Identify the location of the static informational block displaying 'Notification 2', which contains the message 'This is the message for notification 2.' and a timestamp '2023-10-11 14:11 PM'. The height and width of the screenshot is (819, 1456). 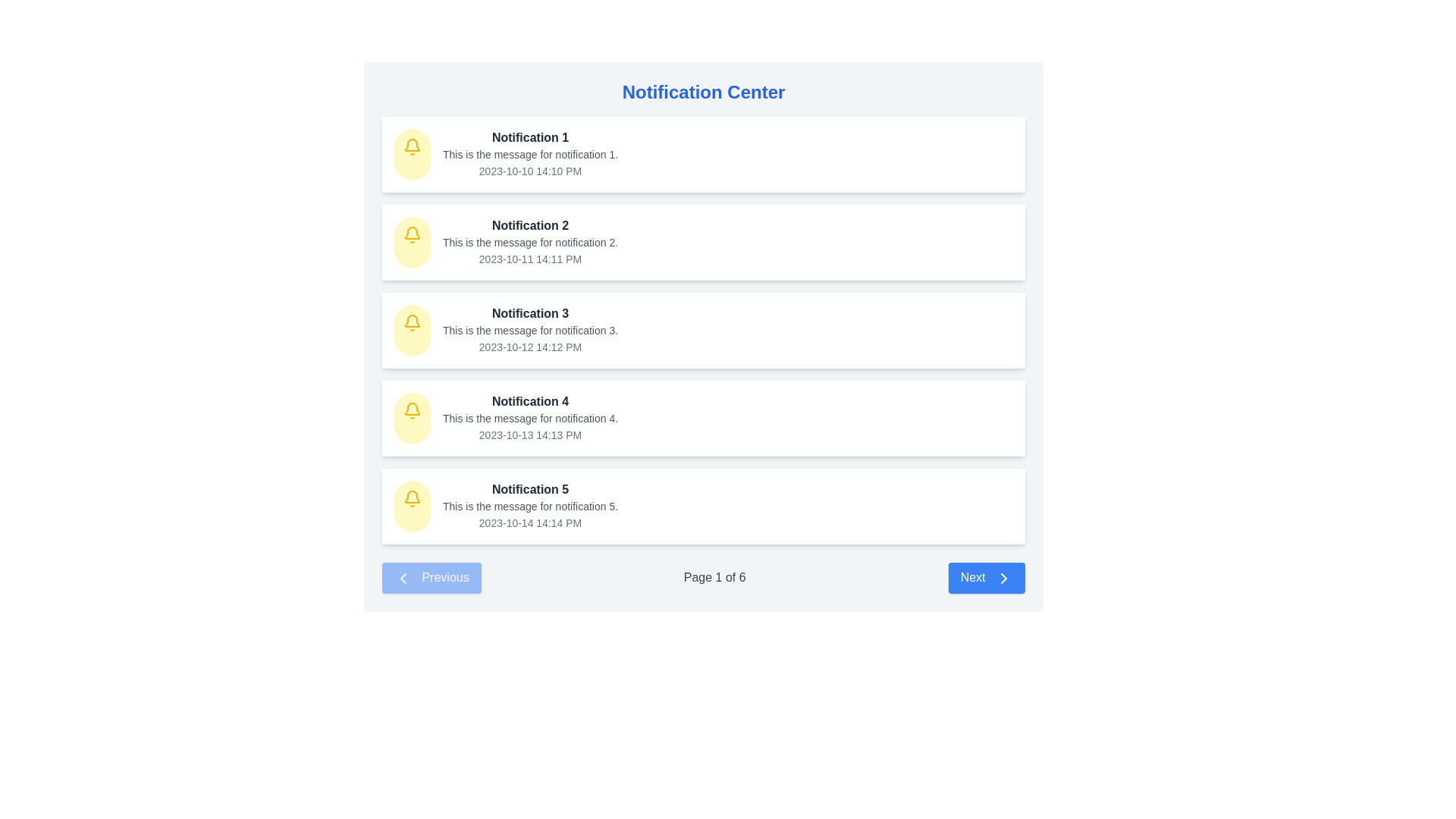
(530, 242).